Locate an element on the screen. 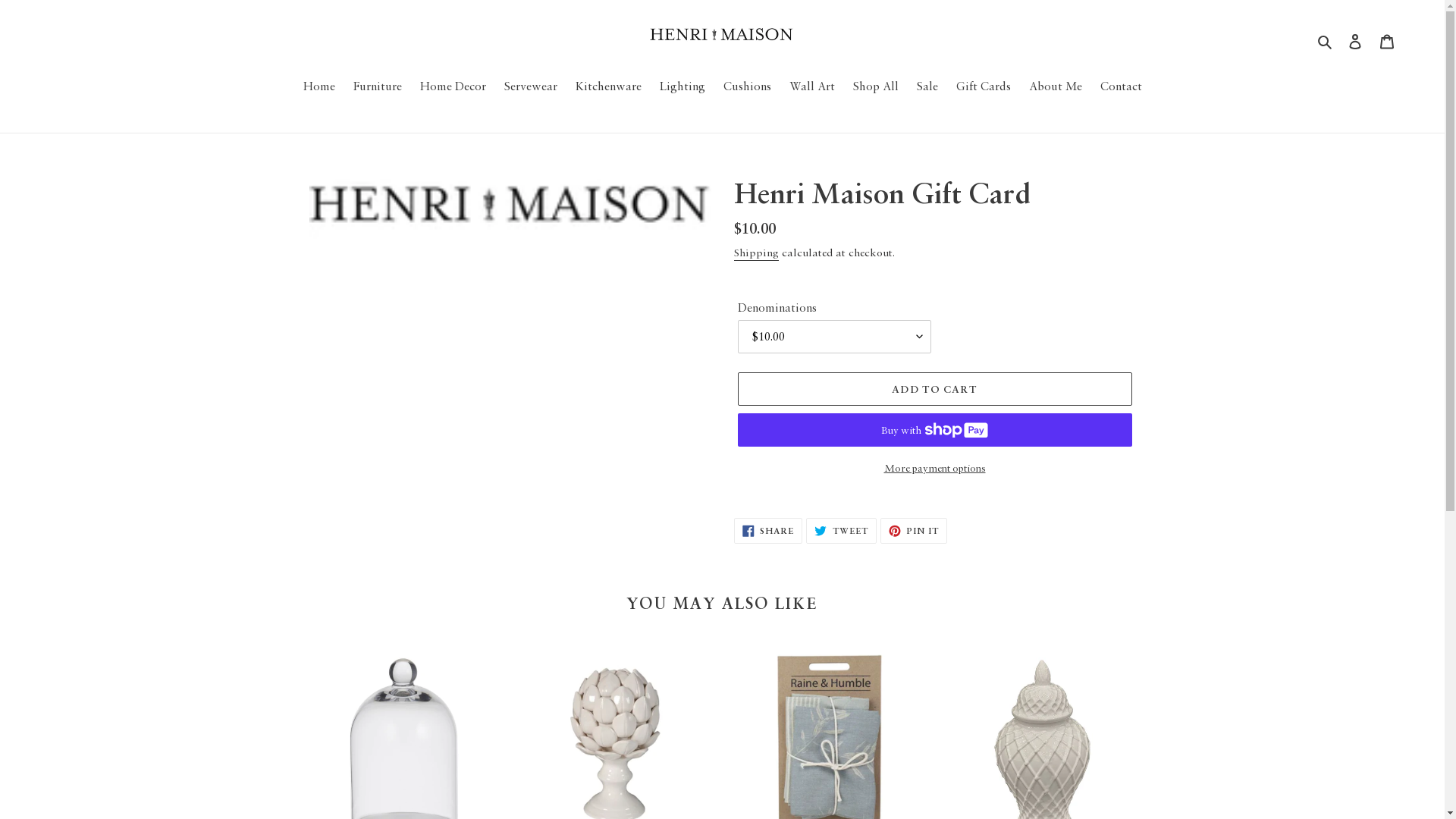 The height and width of the screenshot is (819, 1456). 'Servewear' is located at coordinates (495, 86).